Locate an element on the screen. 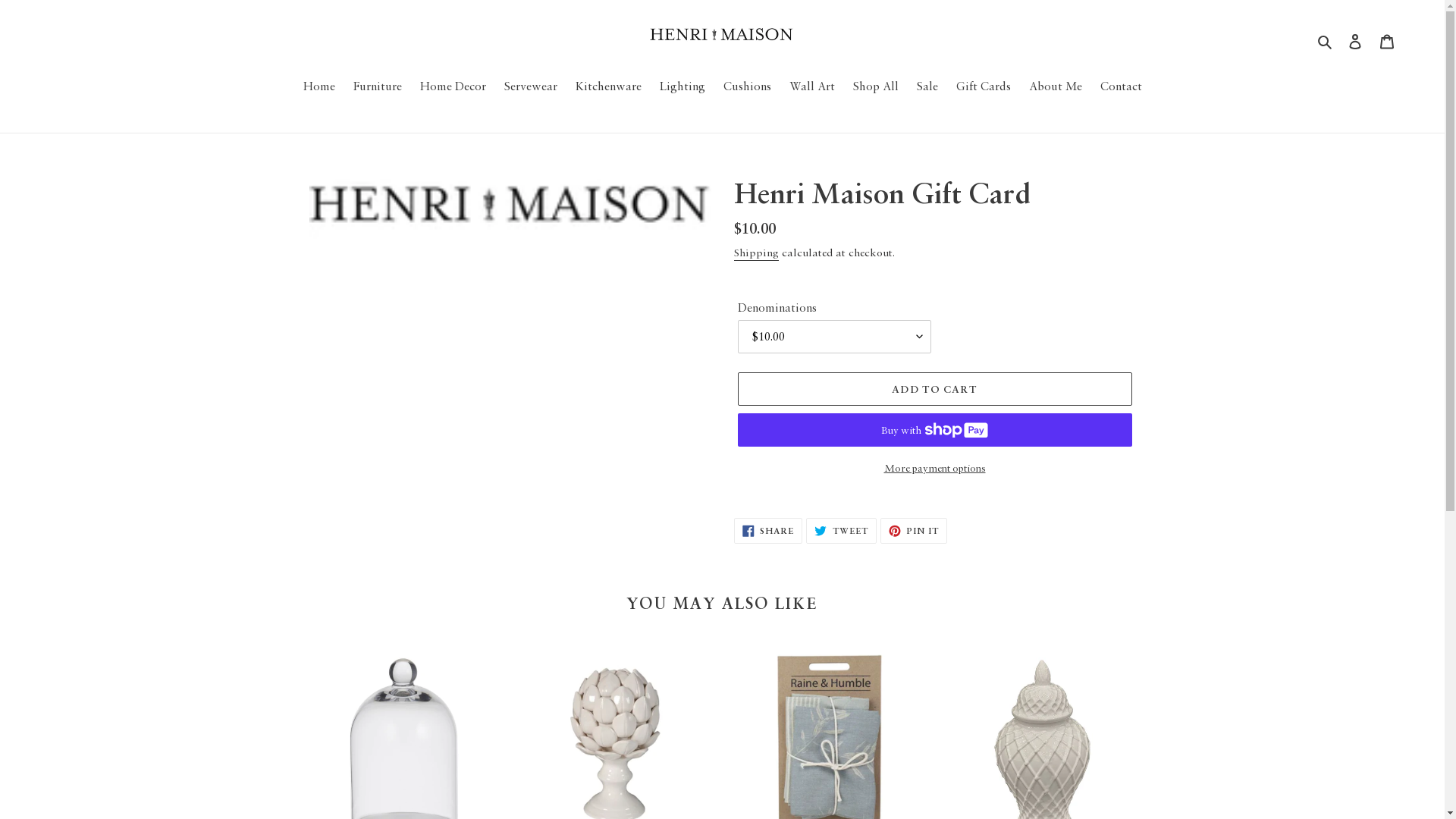 The height and width of the screenshot is (819, 1456). 'Servewear' is located at coordinates (495, 86).